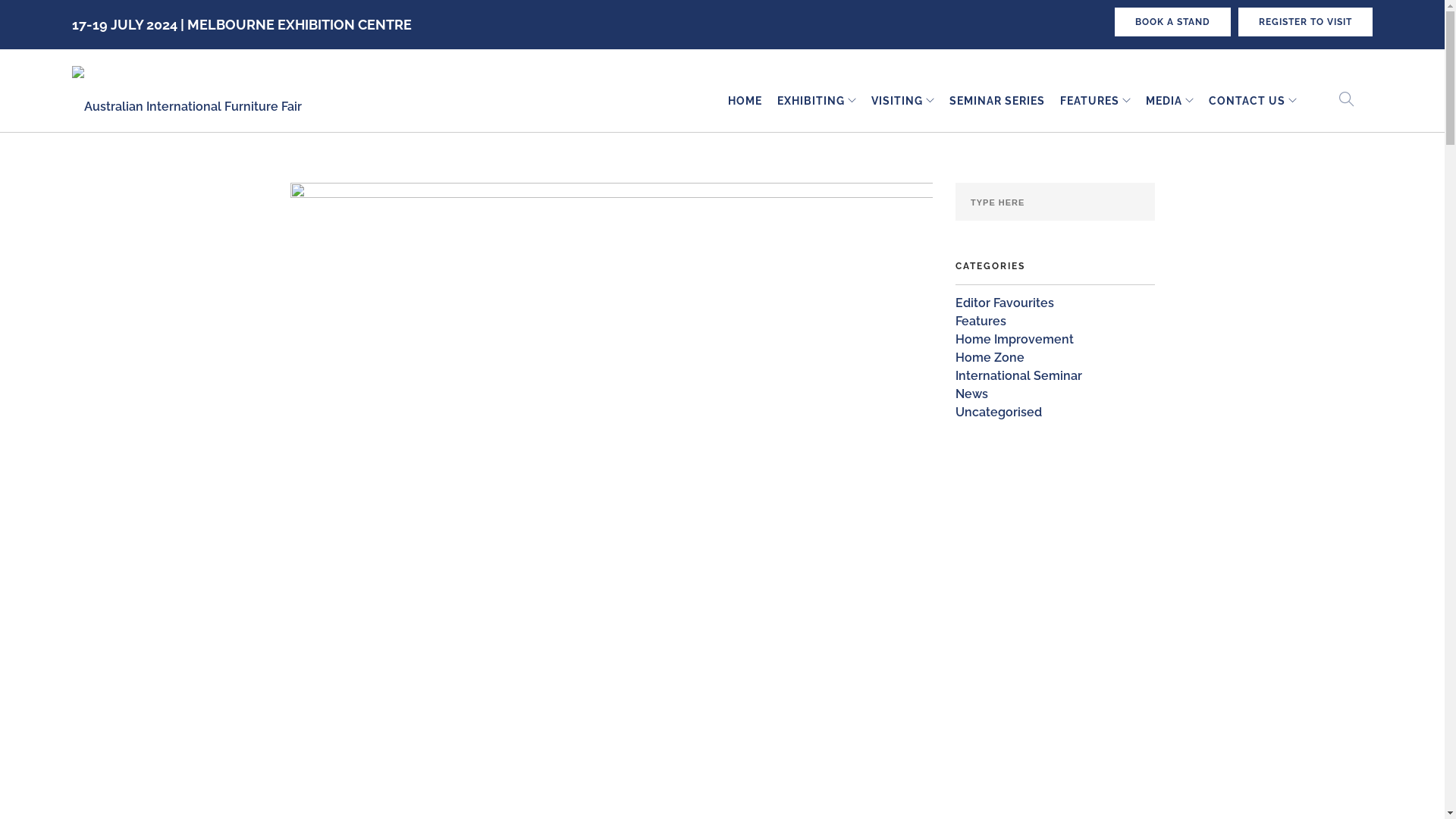 This screenshot has width=1456, height=819. I want to click on 'HOME', so click(745, 101).